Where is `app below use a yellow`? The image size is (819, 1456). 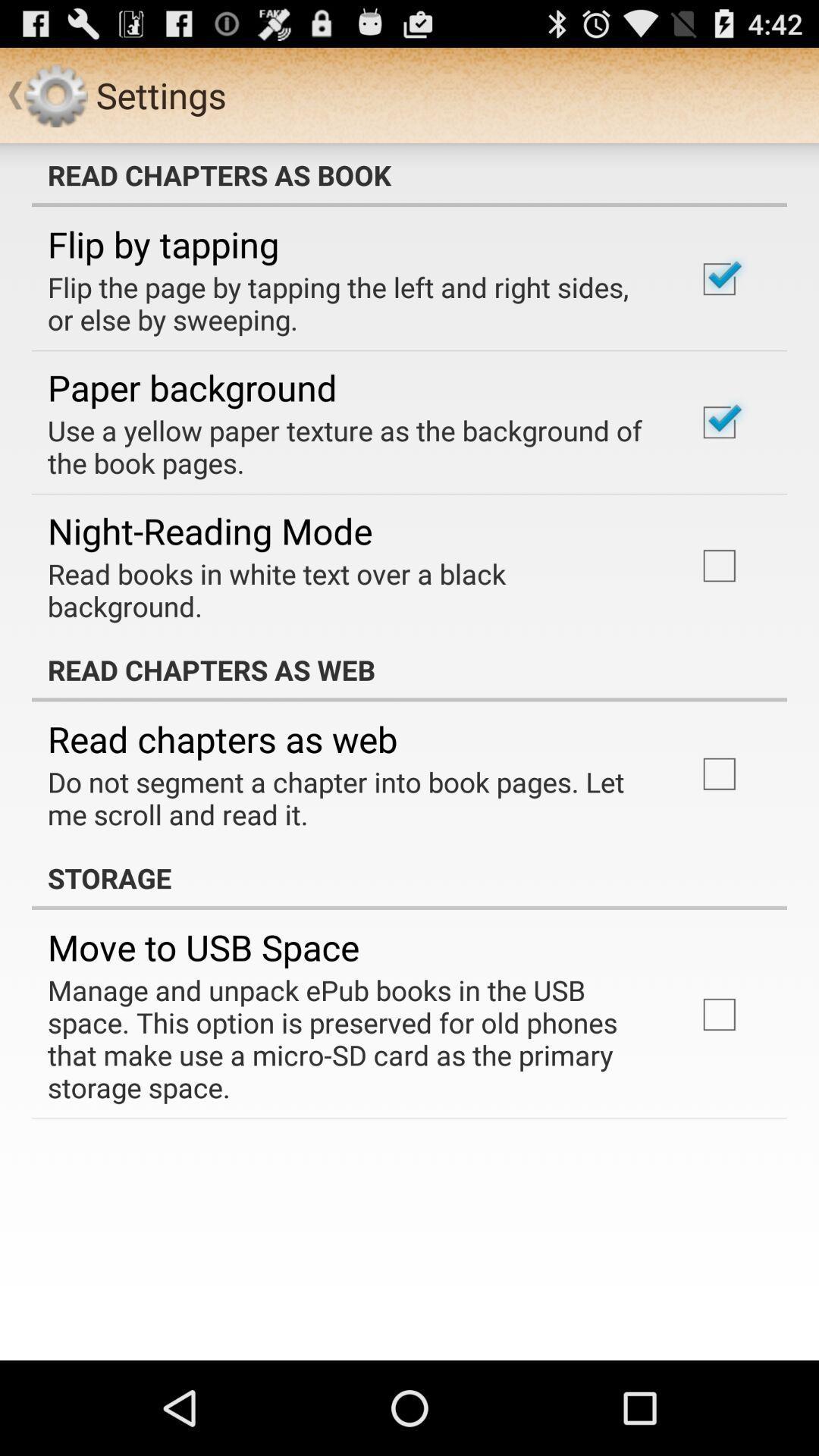
app below use a yellow is located at coordinates (210, 531).